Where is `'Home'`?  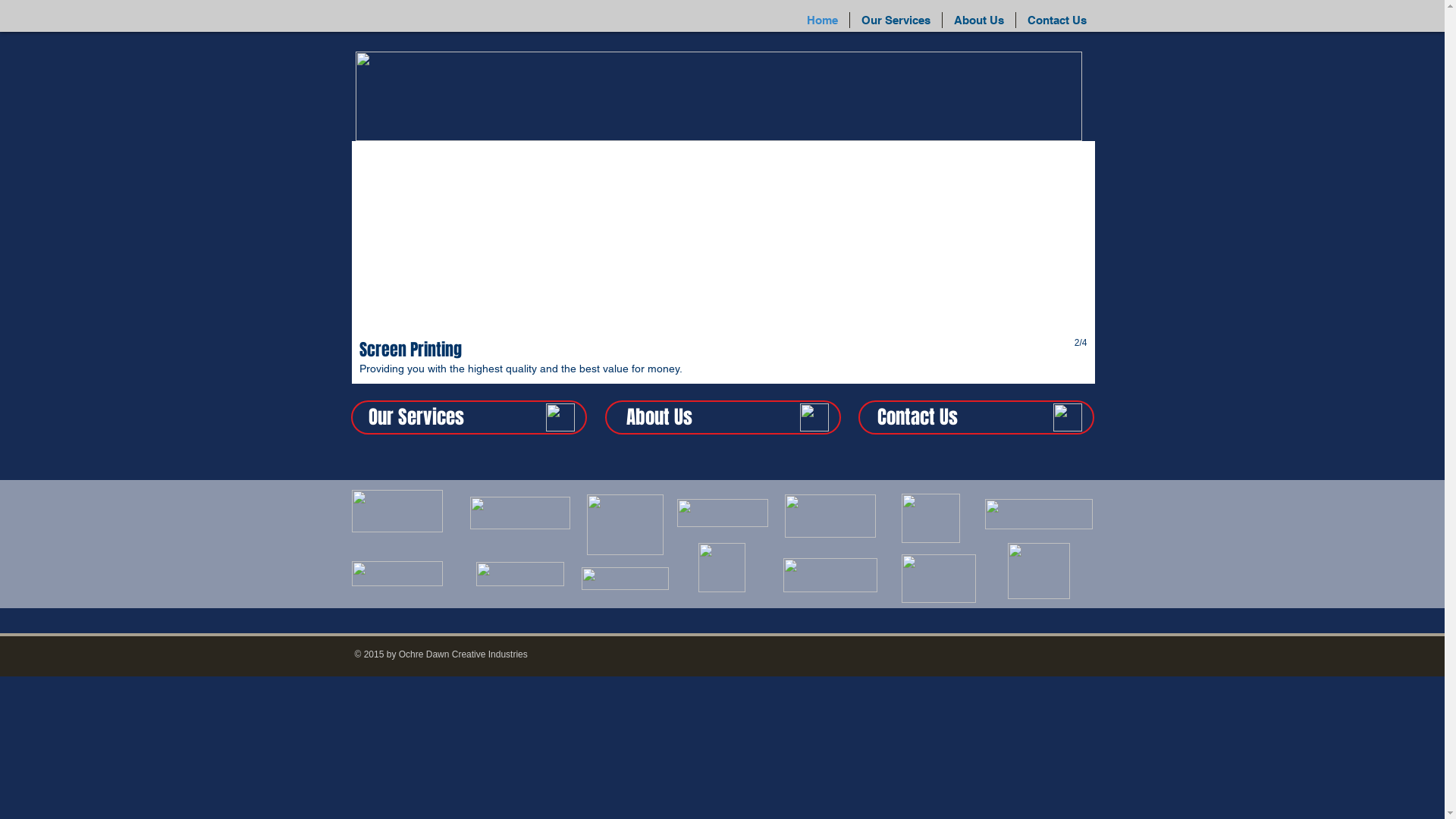 'Home' is located at coordinates (821, 20).